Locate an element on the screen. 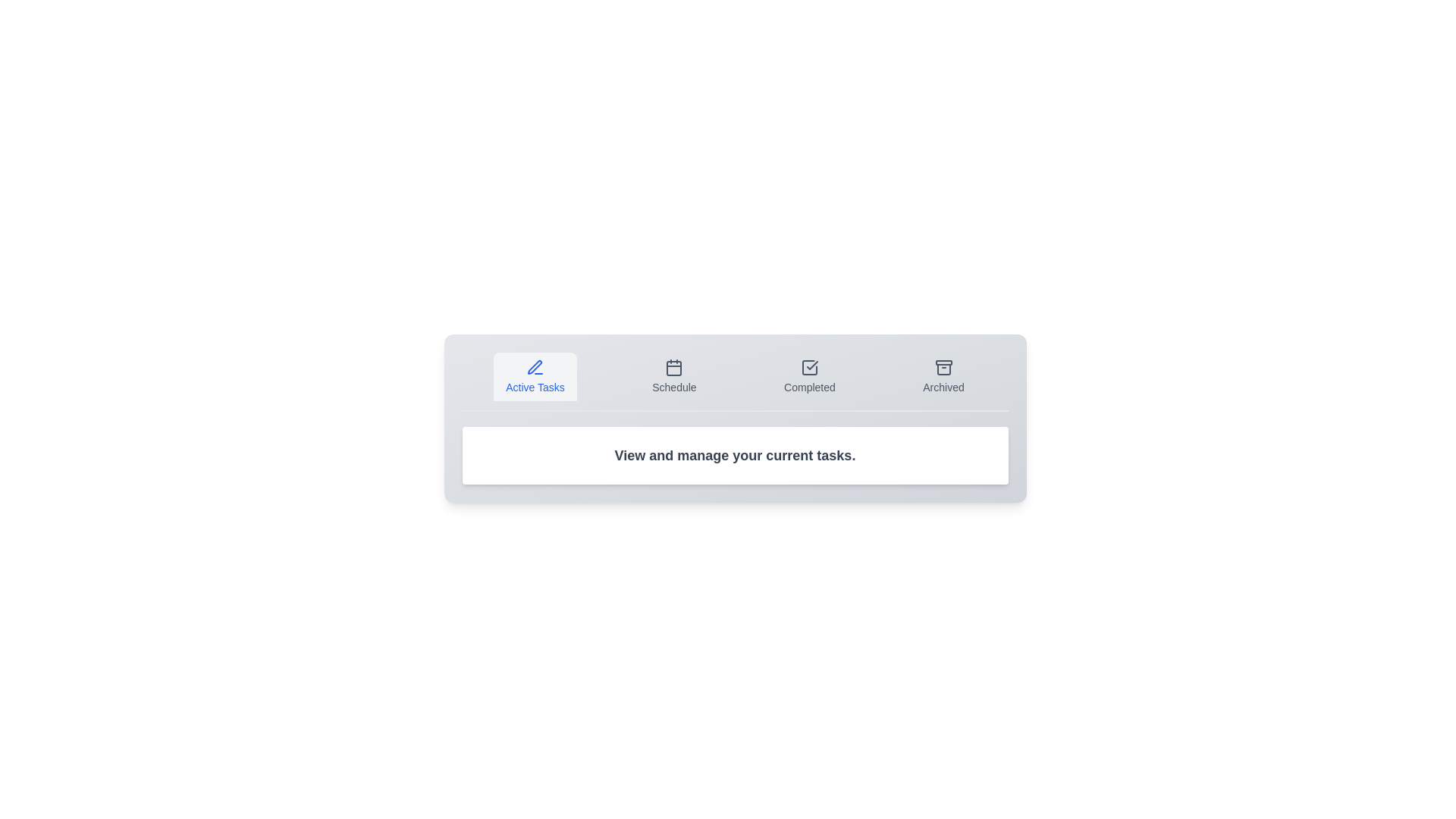 This screenshot has width=1456, height=819. the tab labeled Active Tasks is located at coordinates (535, 376).